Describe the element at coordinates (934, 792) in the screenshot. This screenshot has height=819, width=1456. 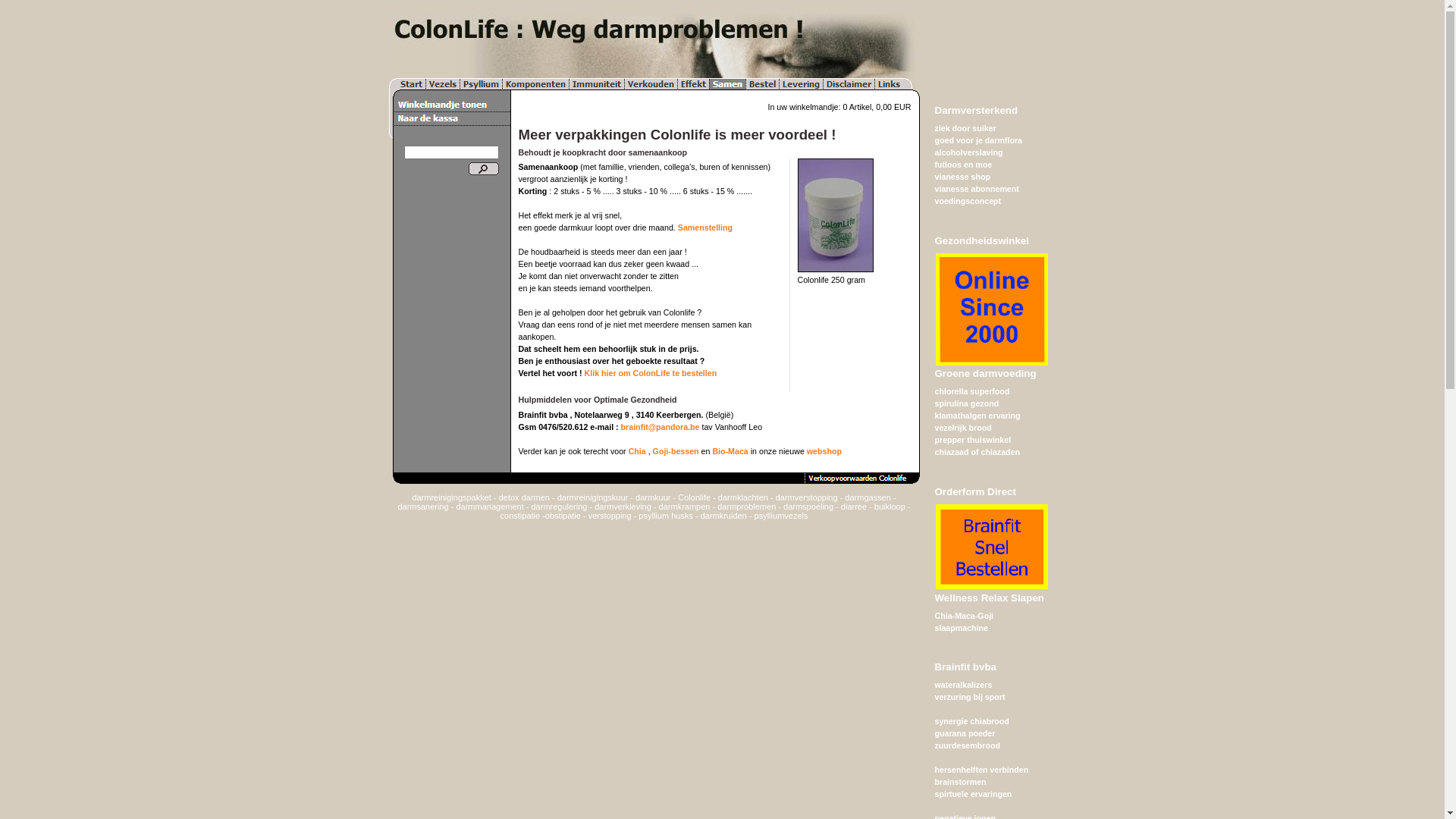
I see `'spirtuele ervaringen'` at that location.